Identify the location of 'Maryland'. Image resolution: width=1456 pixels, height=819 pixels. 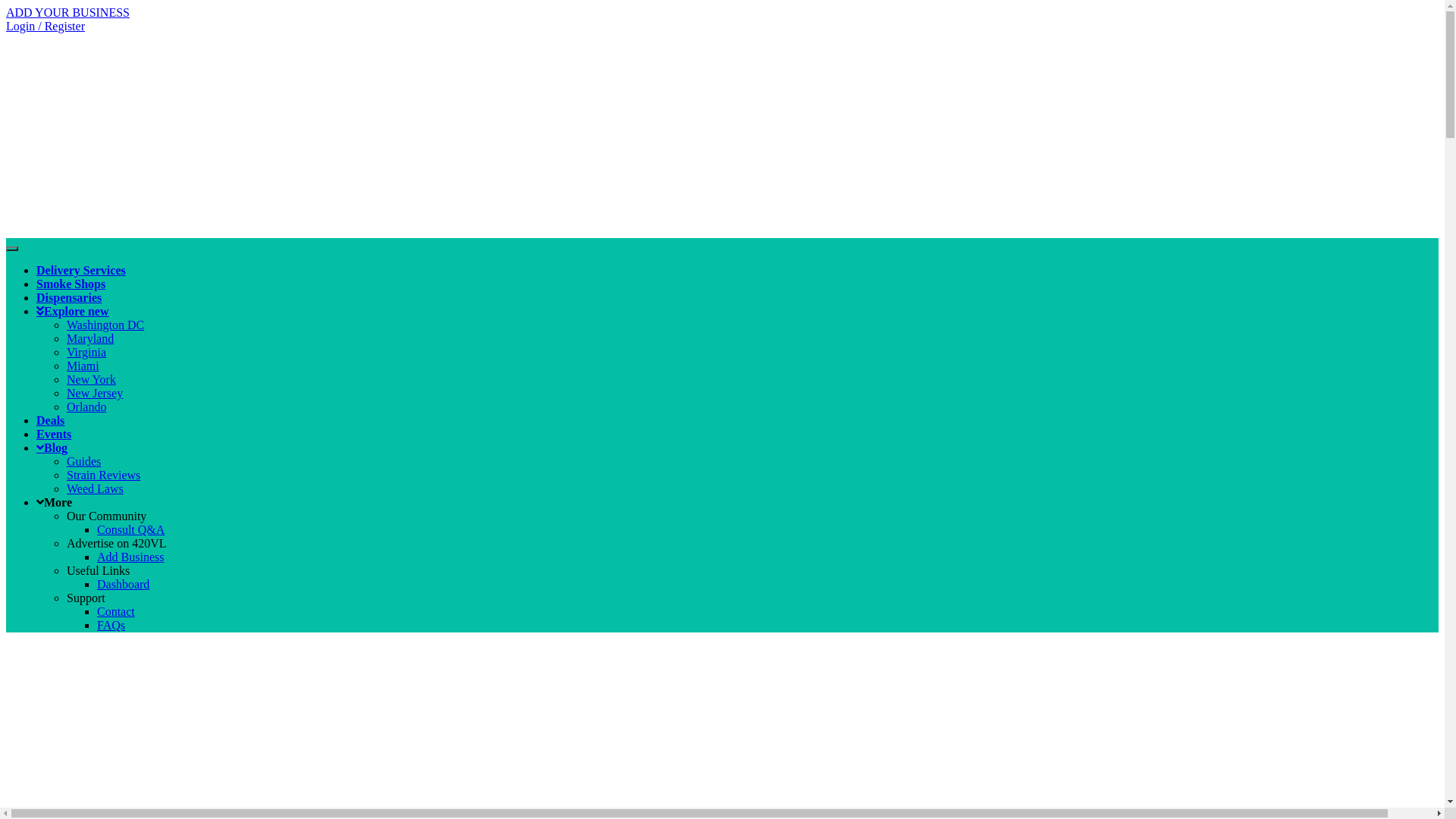
(89, 337).